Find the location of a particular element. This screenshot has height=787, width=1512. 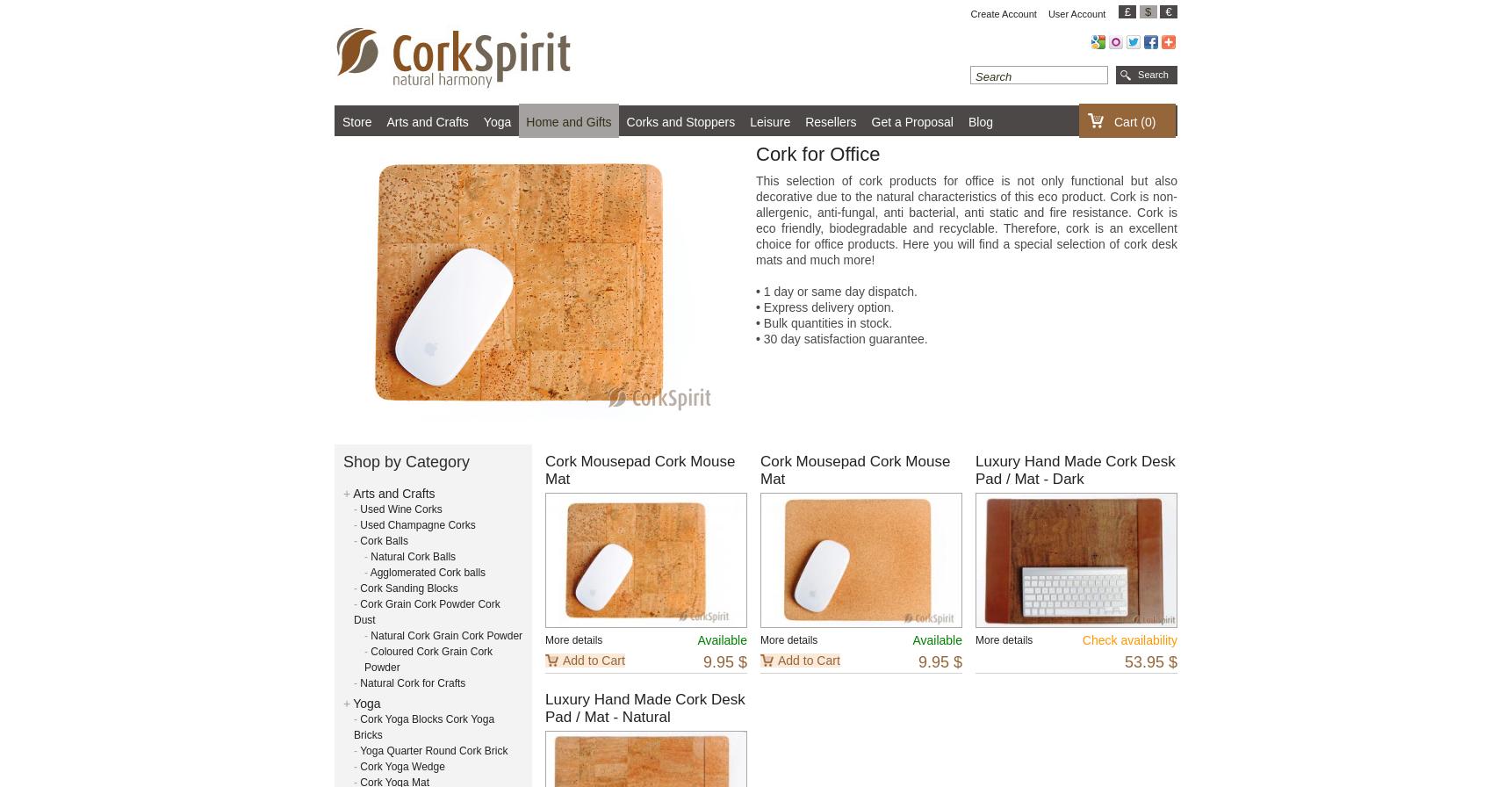

'Yoga' is located at coordinates (366, 703).